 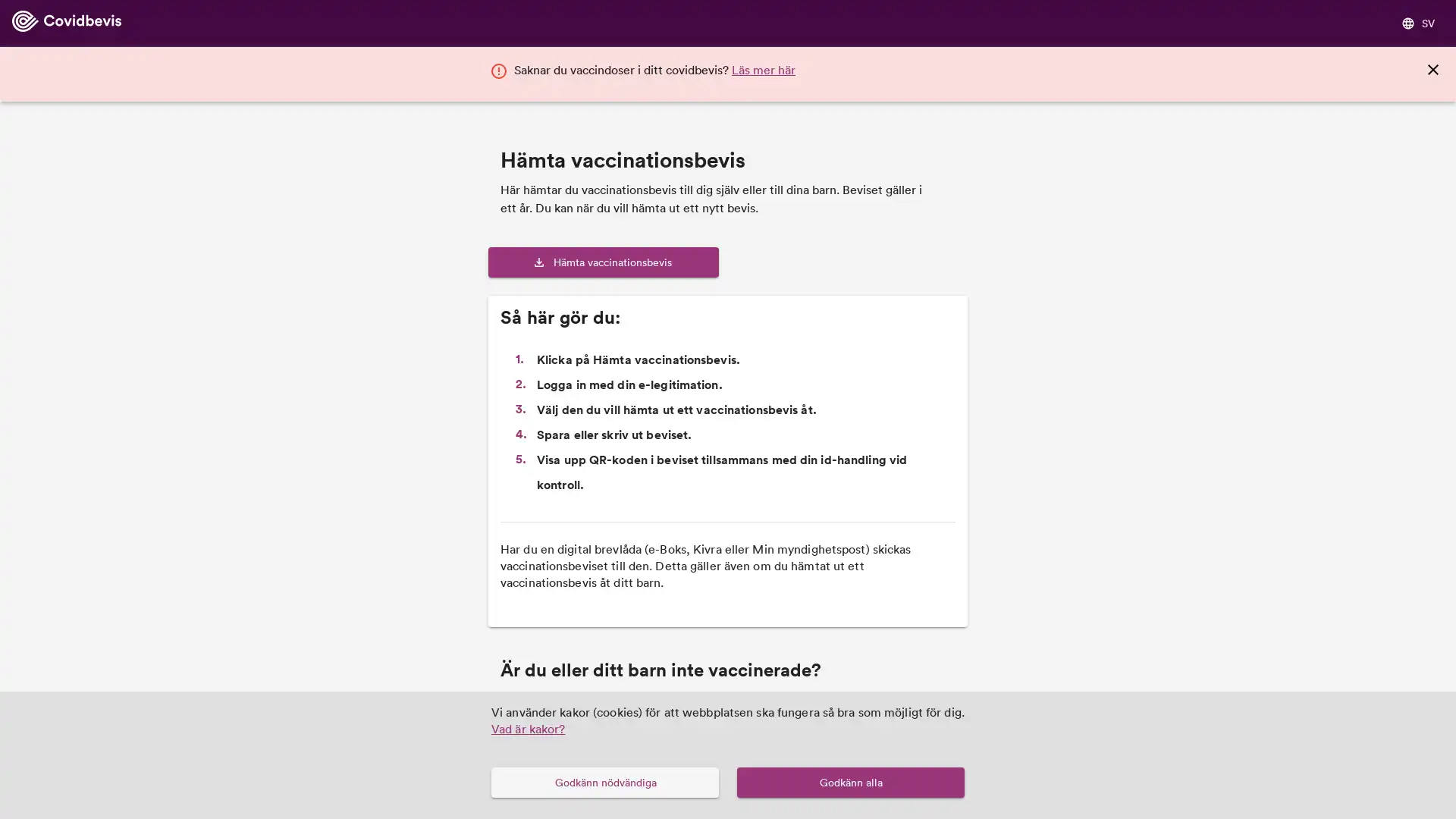 I want to click on Godkann alla, so click(x=851, y=782).